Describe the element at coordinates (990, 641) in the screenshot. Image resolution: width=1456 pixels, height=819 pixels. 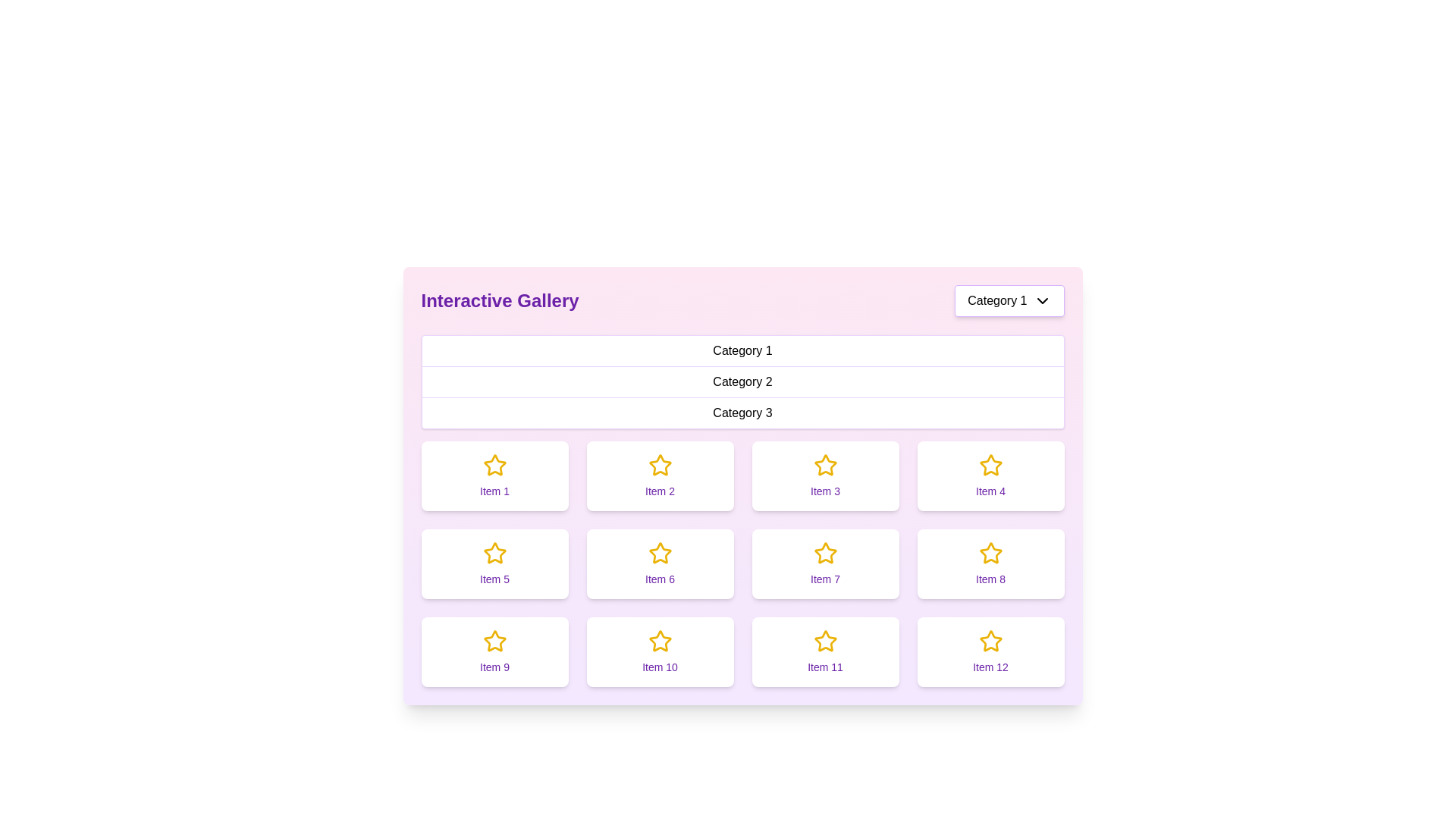
I see `the star icon representing the favorite feature for 'Item 12', located in the bottom-right corner of the grid` at that location.